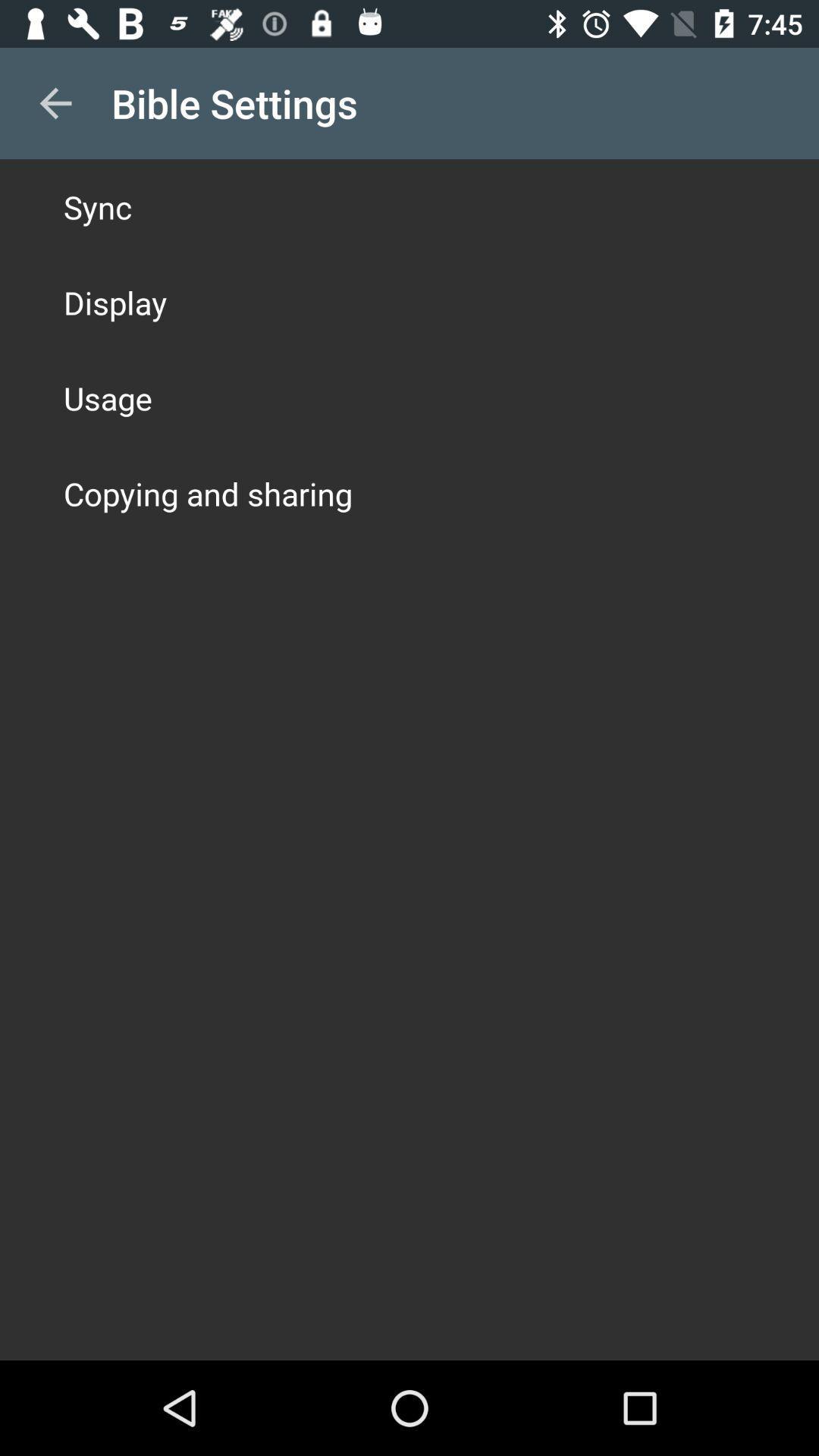 The image size is (819, 1456). Describe the element at coordinates (55, 102) in the screenshot. I see `icon to the left of the bible settings` at that location.